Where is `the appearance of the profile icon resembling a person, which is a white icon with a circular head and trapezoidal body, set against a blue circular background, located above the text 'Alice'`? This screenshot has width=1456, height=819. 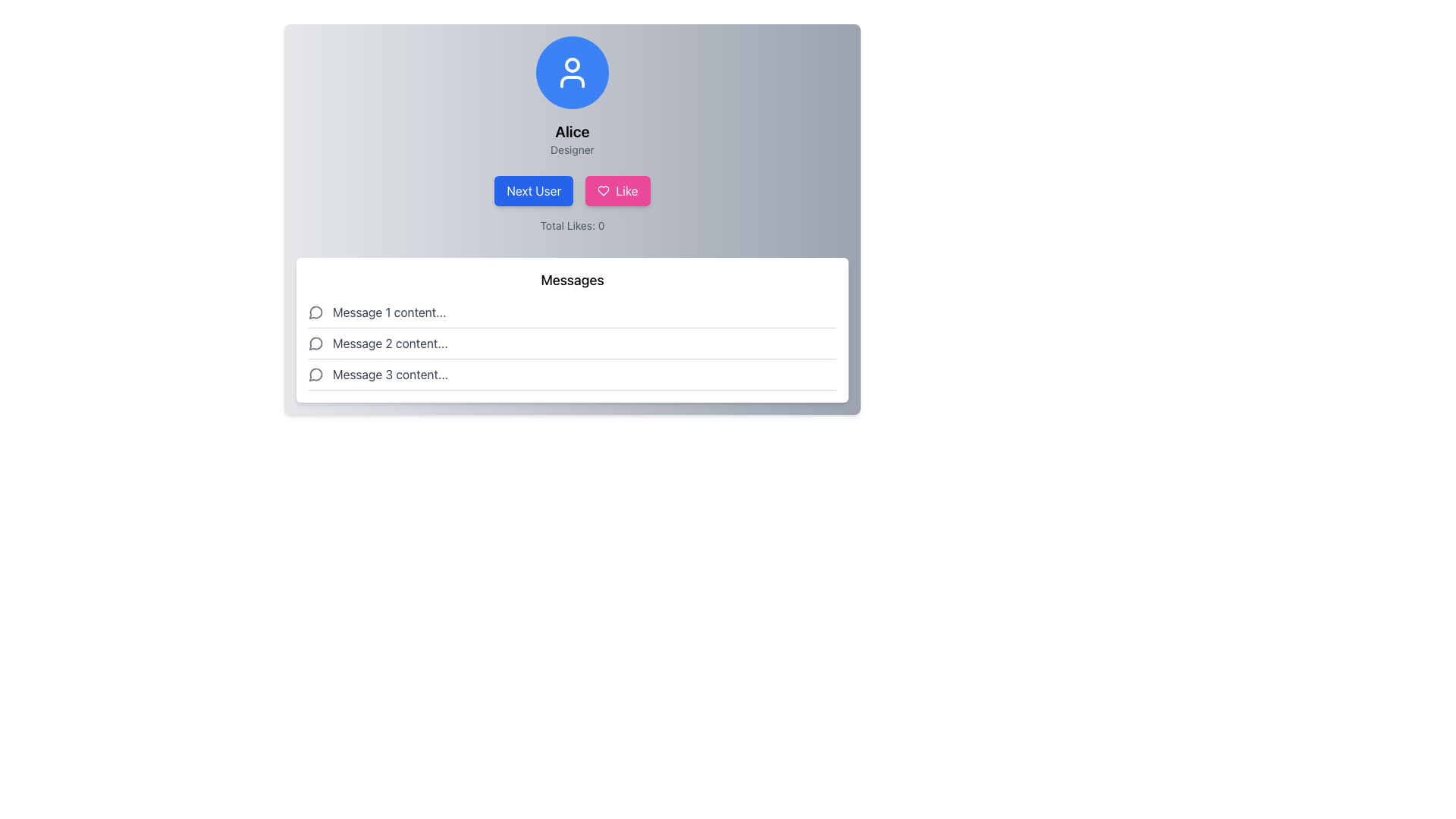 the appearance of the profile icon resembling a person, which is a white icon with a circular head and trapezoidal body, set against a blue circular background, located above the text 'Alice' is located at coordinates (571, 73).